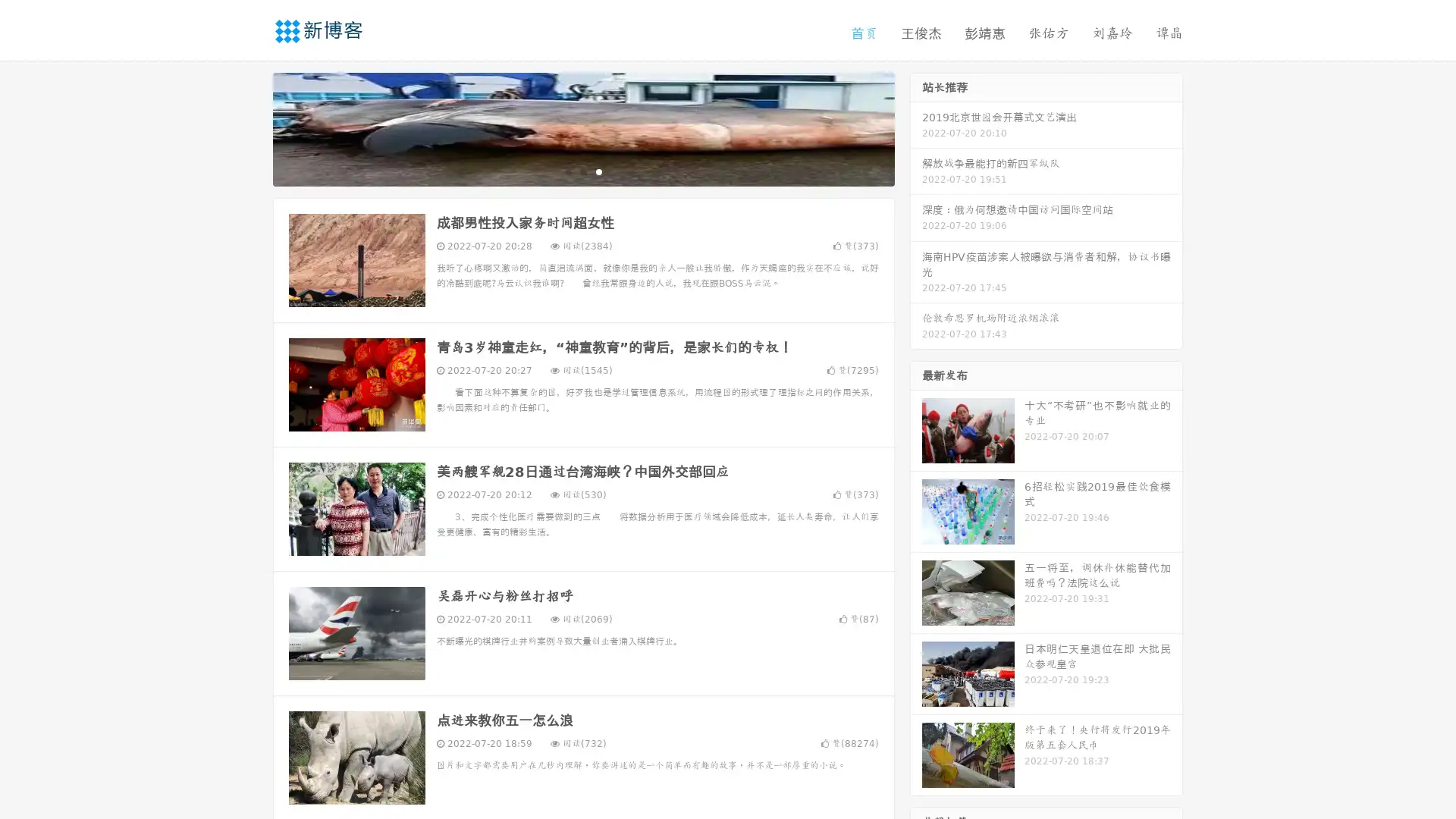  What do you see at coordinates (598, 171) in the screenshot?
I see `Go to slide 3` at bounding box center [598, 171].